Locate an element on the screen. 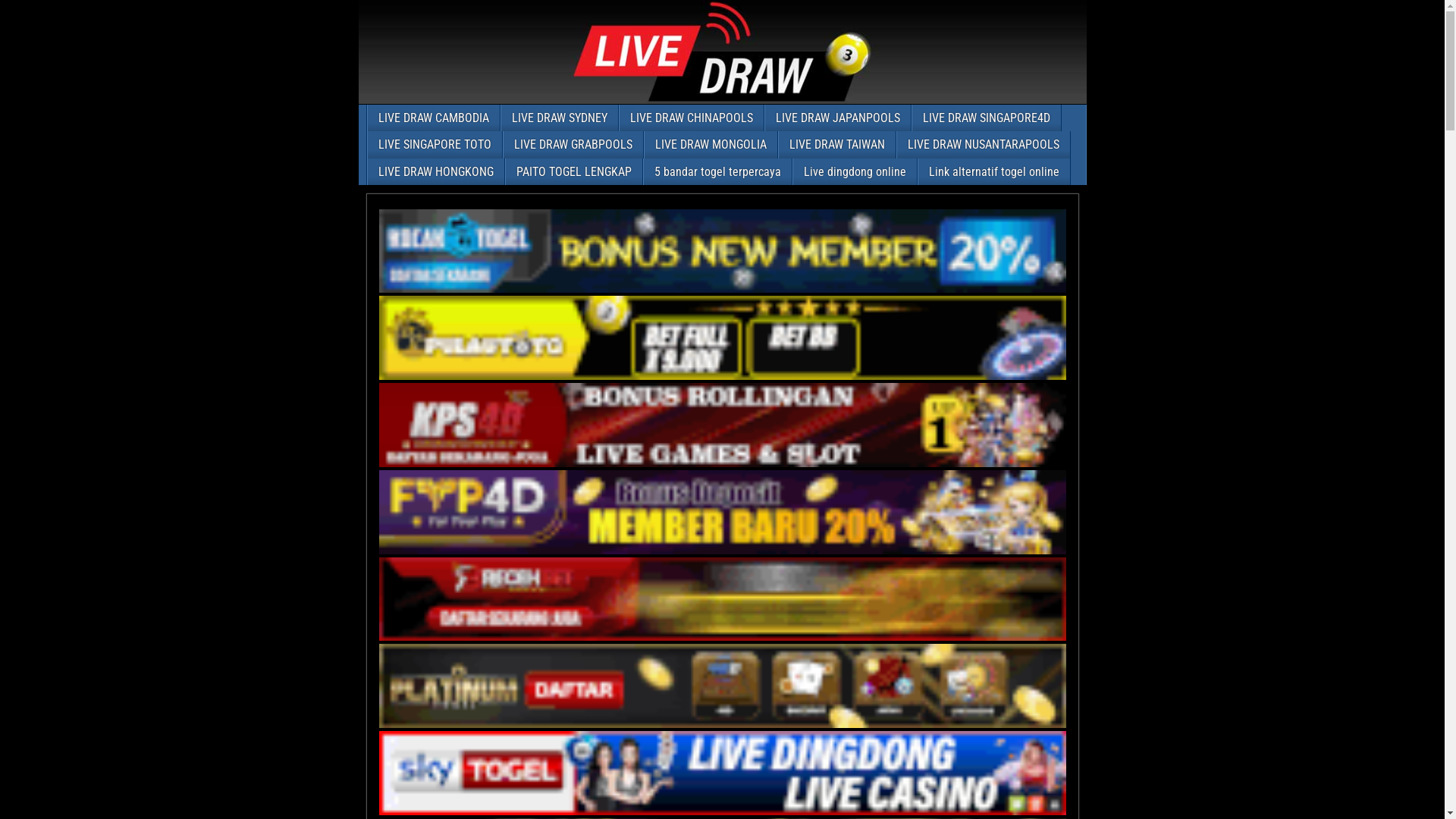 This screenshot has width=1456, height=819. 'LIVE DRAW CAMBODIA' is located at coordinates (367, 117).